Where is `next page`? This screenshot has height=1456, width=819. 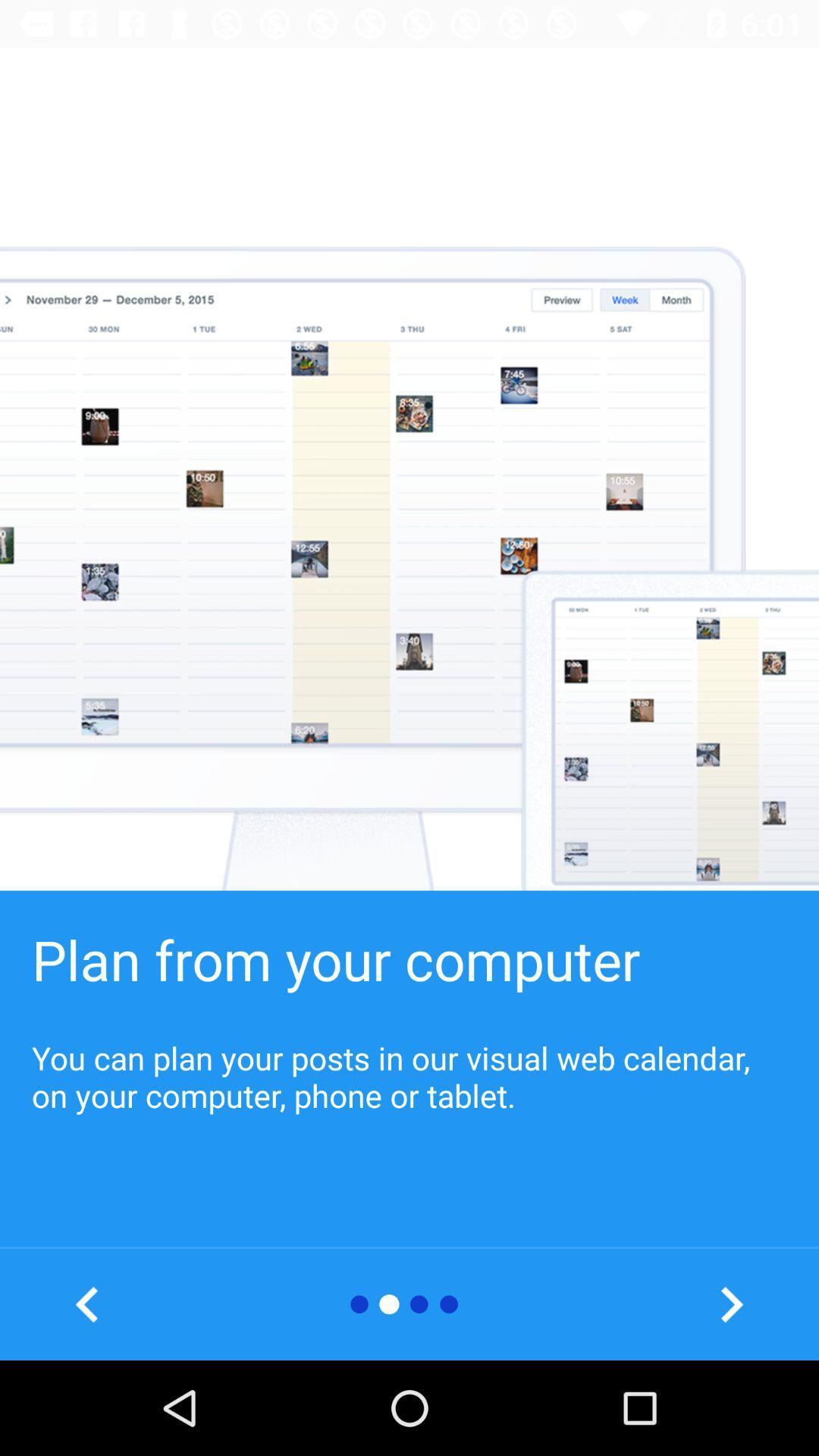 next page is located at coordinates (730, 1304).